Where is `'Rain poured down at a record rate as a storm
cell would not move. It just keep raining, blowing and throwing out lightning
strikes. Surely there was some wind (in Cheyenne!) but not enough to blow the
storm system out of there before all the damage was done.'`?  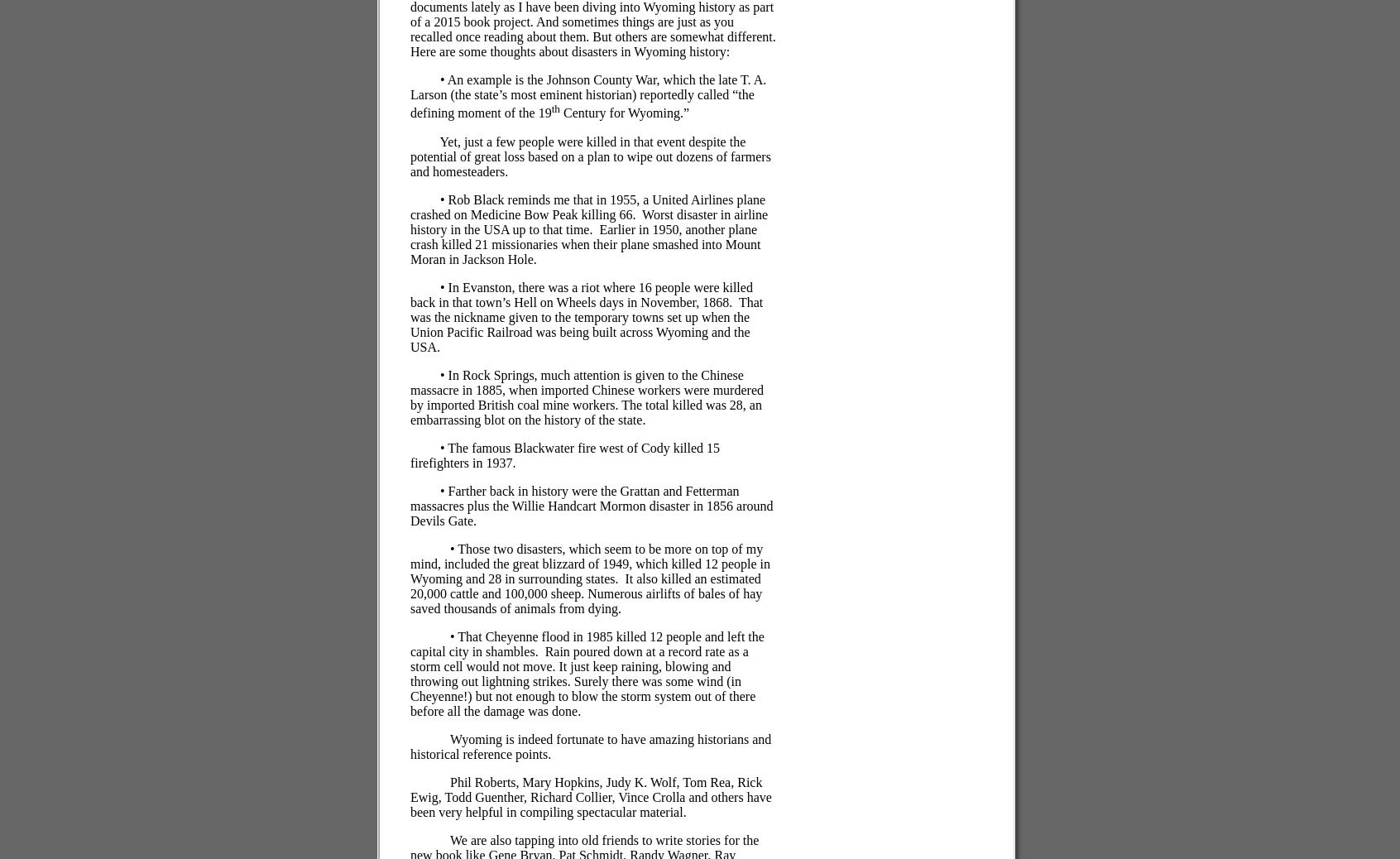 'Rain poured down at a record rate as a storm
cell would not move. It just keep raining, blowing and throwing out lightning
strikes. Surely there was some wind (in Cheyenne!) but not enough to blow the
storm system out of there before all the damage was done.' is located at coordinates (583, 680).